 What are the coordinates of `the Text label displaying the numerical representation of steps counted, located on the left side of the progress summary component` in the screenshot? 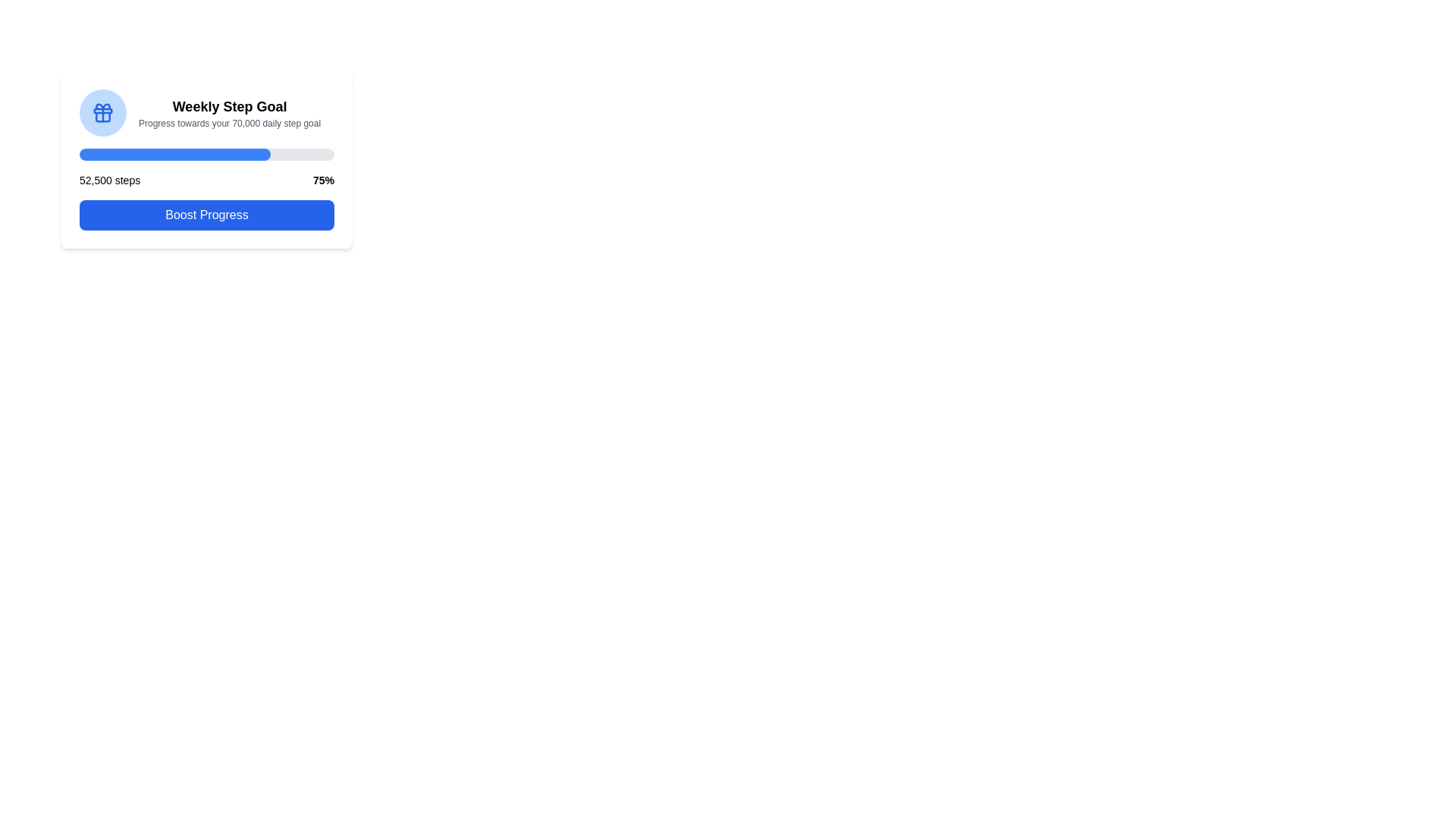 It's located at (109, 180).